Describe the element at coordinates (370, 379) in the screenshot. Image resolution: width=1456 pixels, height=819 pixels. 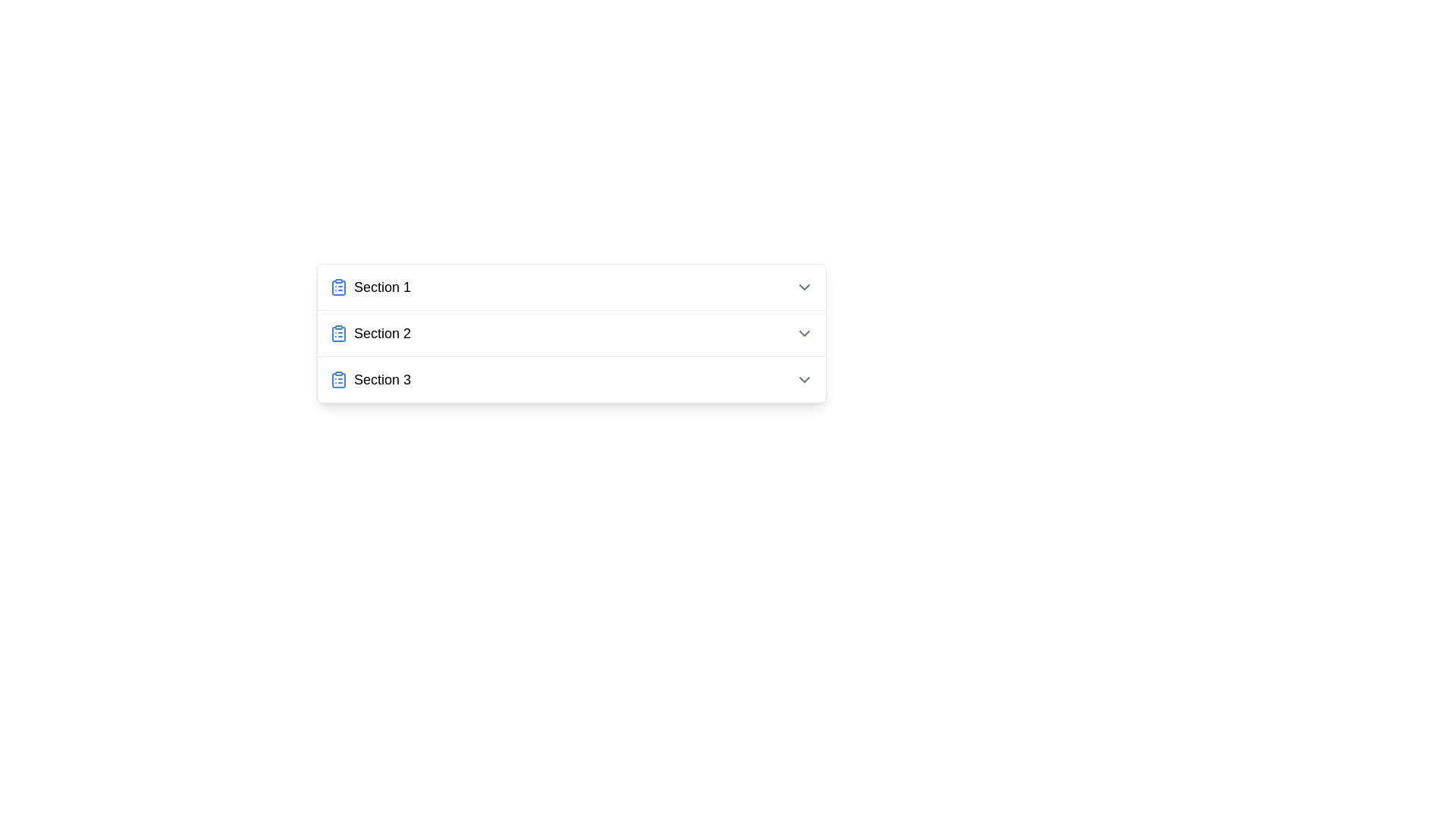
I see `the list item labeled 'Section 3'` at that location.